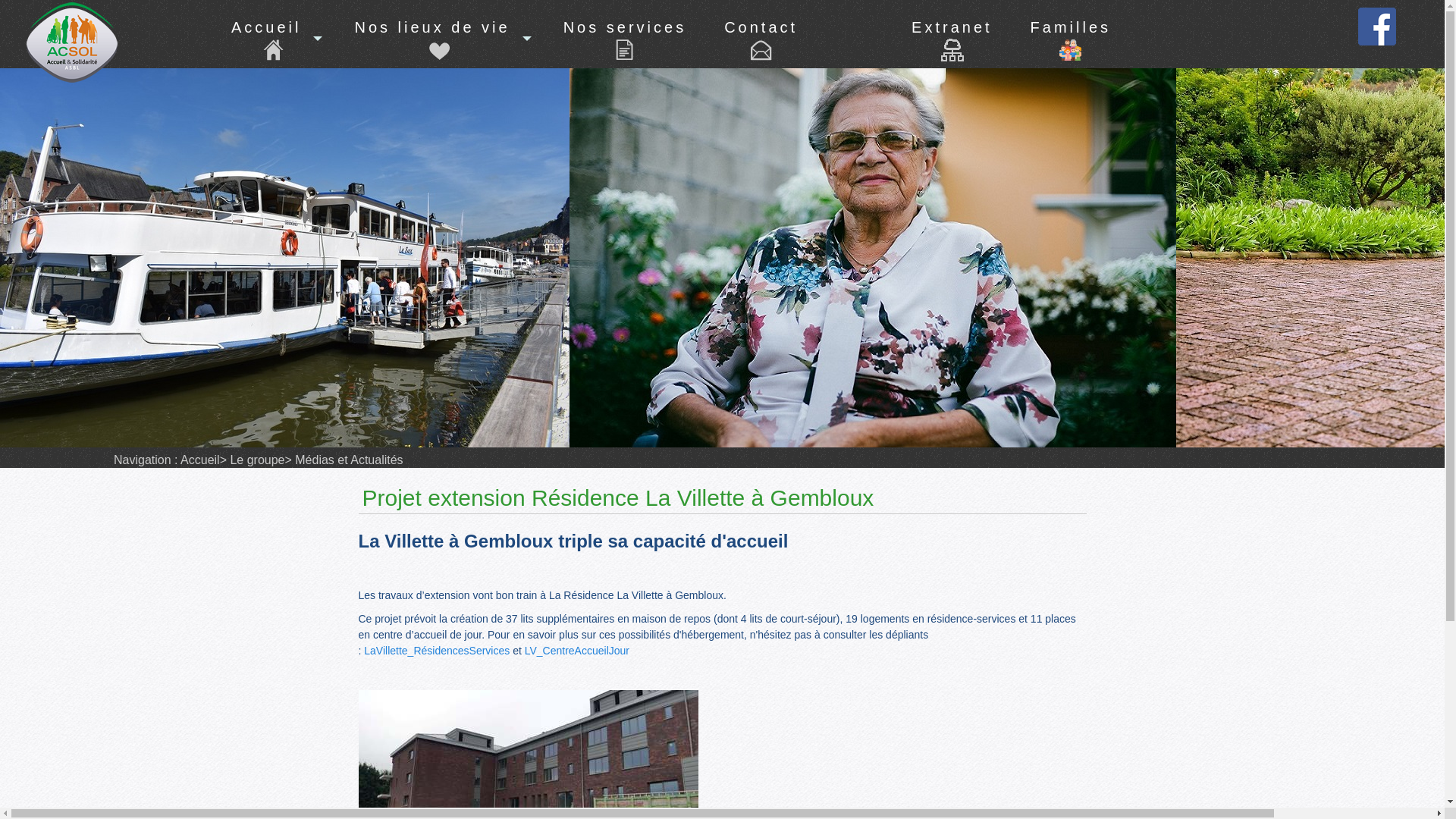  I want to click on 'Le groupe', so click(256, 459).